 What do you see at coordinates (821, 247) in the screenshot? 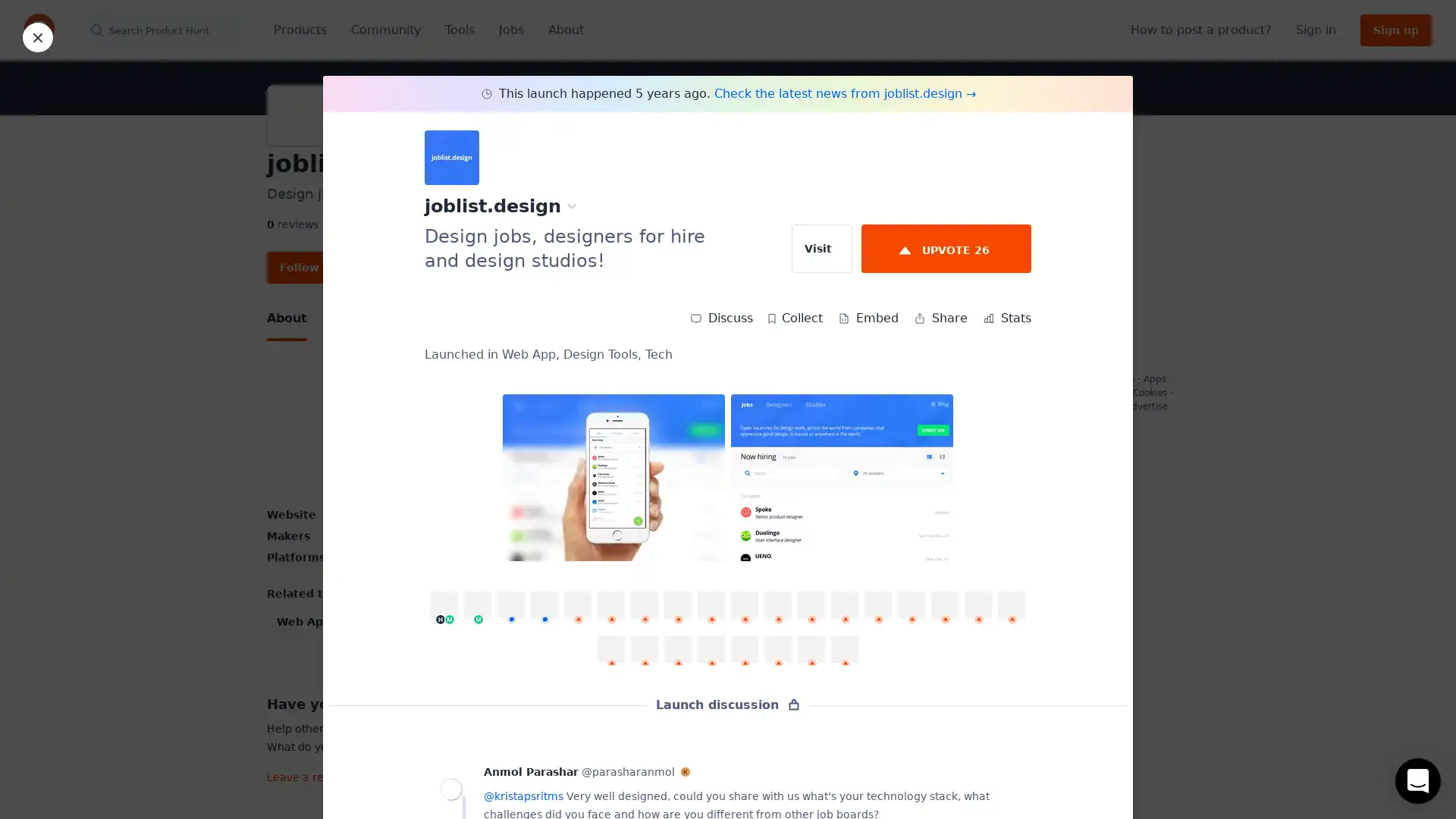
I see `Visit` at bounding box center [821, 247].